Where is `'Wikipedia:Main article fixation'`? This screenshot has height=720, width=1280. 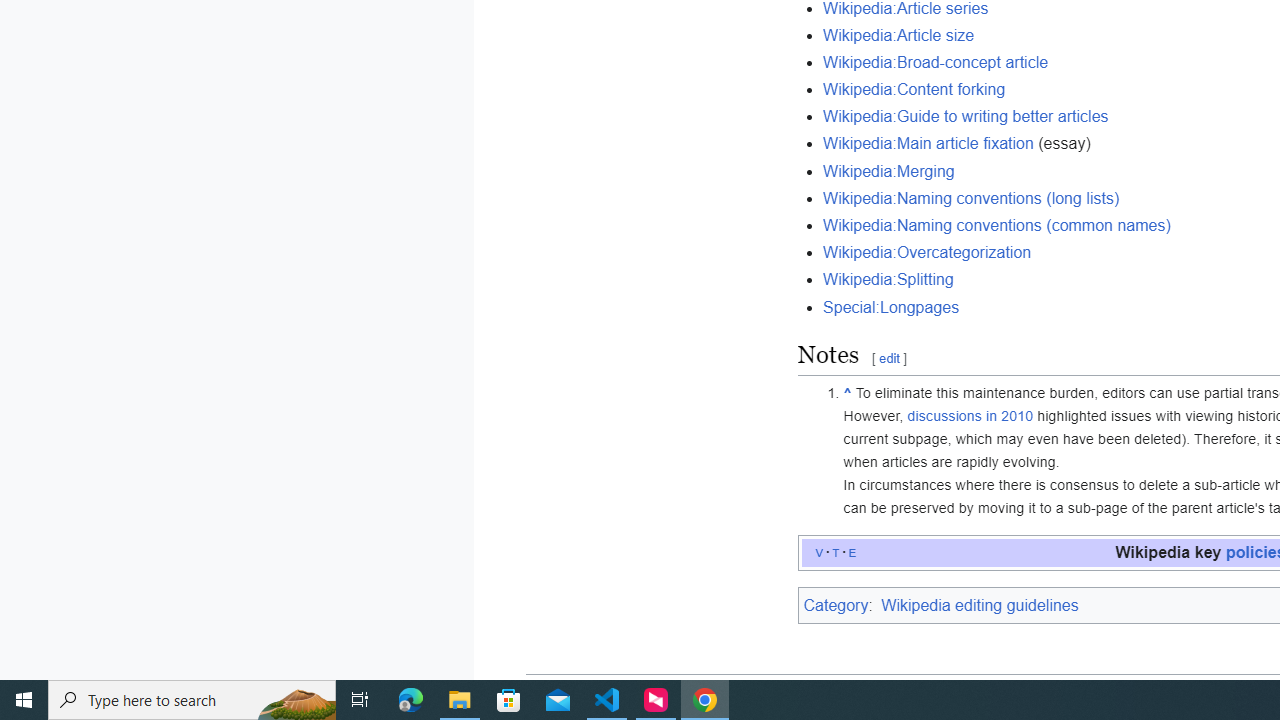 'Wikipedia:Main article fixation' is located at coordinates (927, 143).